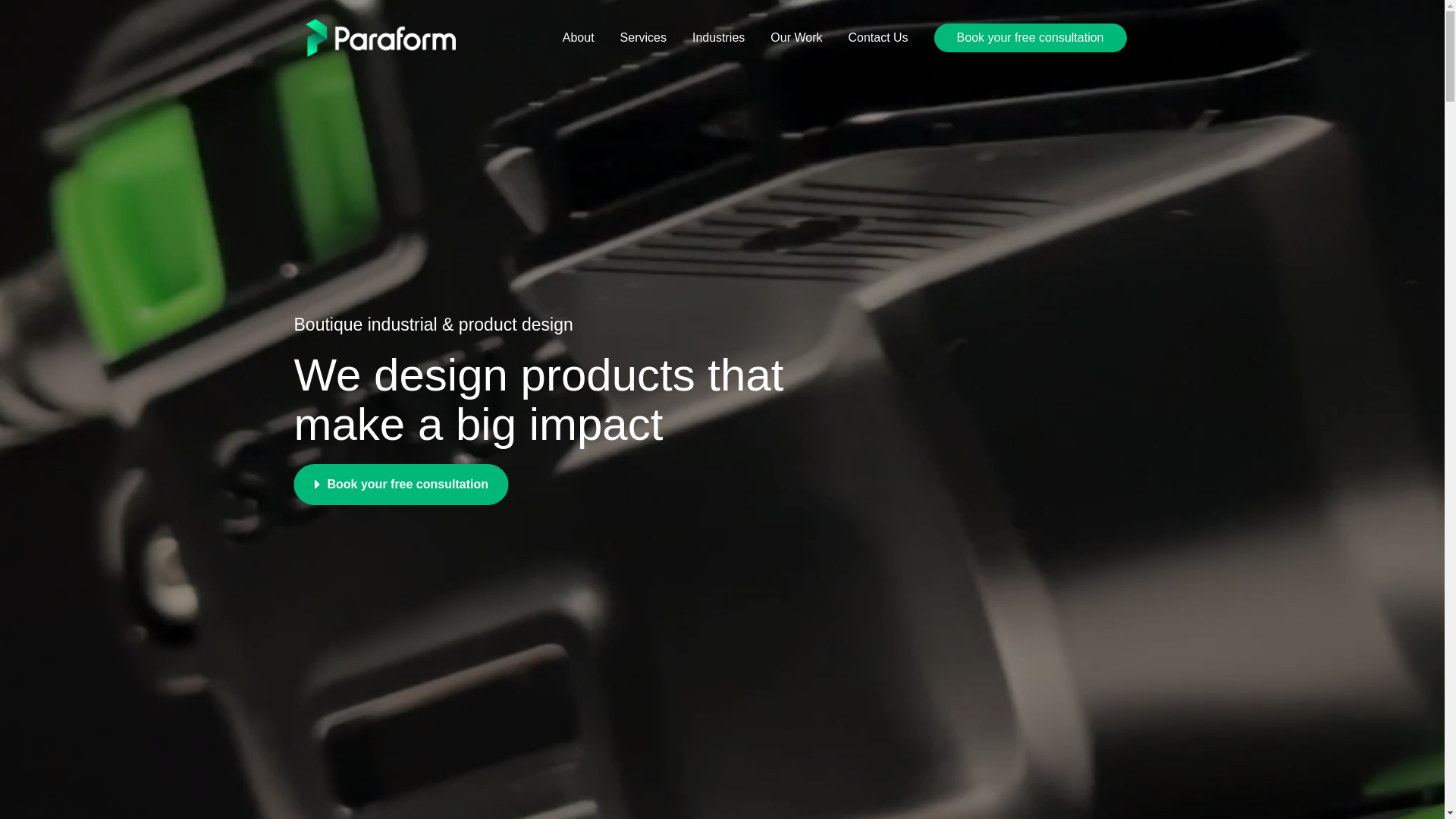 Image resolution: width=1456 pixels, height=819 pixels. Describe the element at coordinates (578, 37) in the screenshot. I see `'About'` at that location.